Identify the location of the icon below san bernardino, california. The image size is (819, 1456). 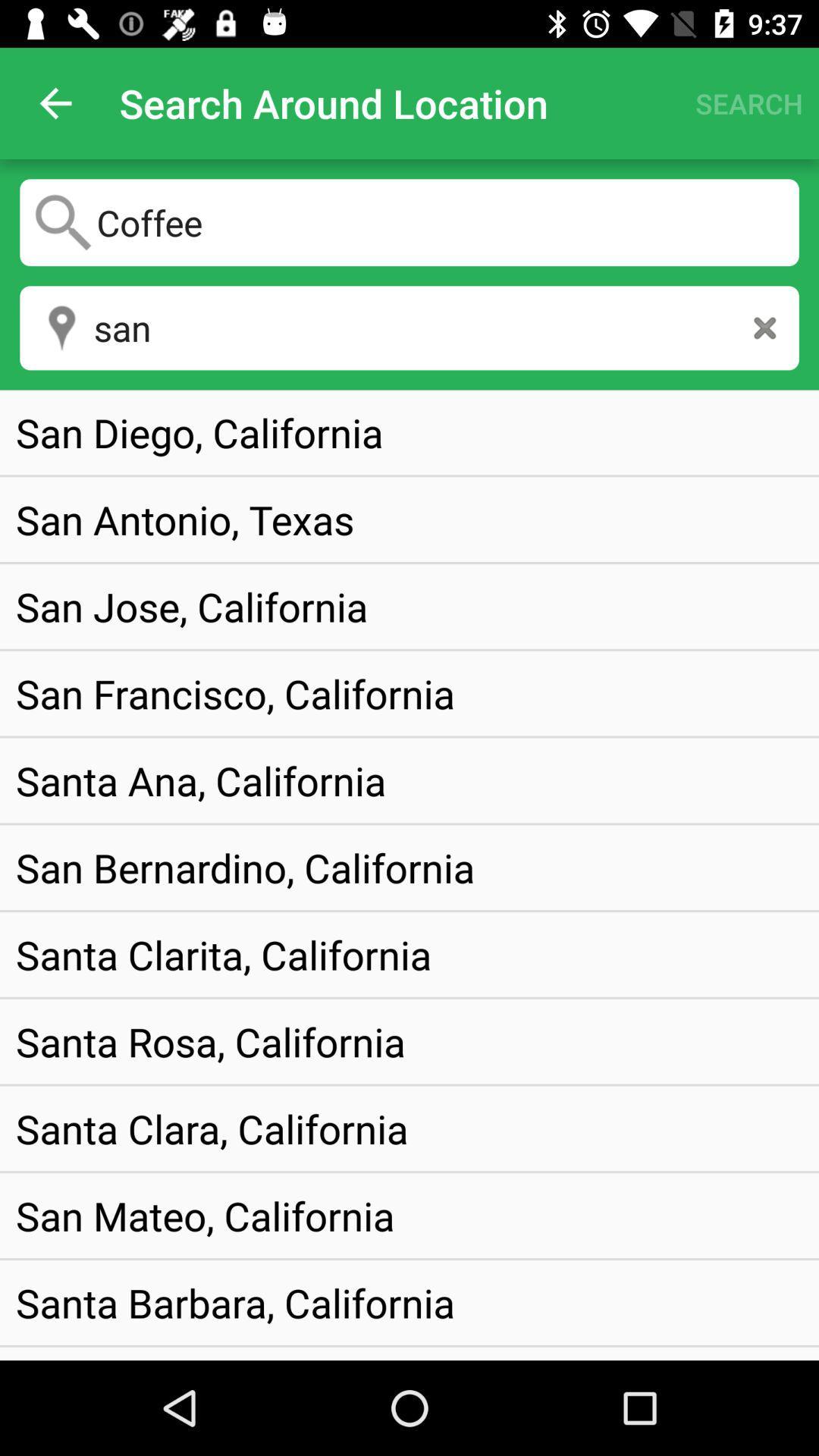
(224, 953).